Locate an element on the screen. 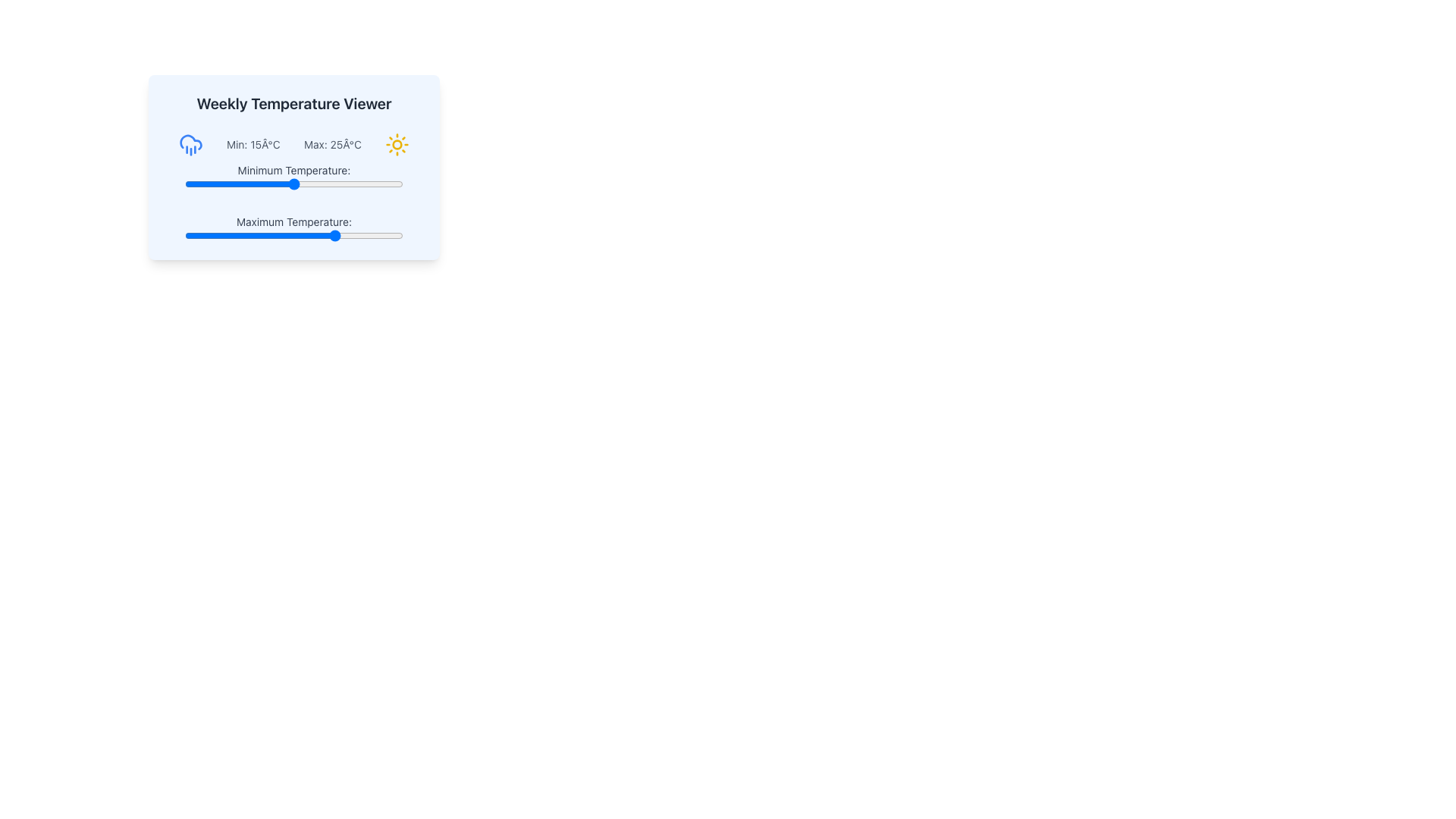 This screenshot has width=1456, height=819. the maximum temperature is located at coordinates (385, 236).